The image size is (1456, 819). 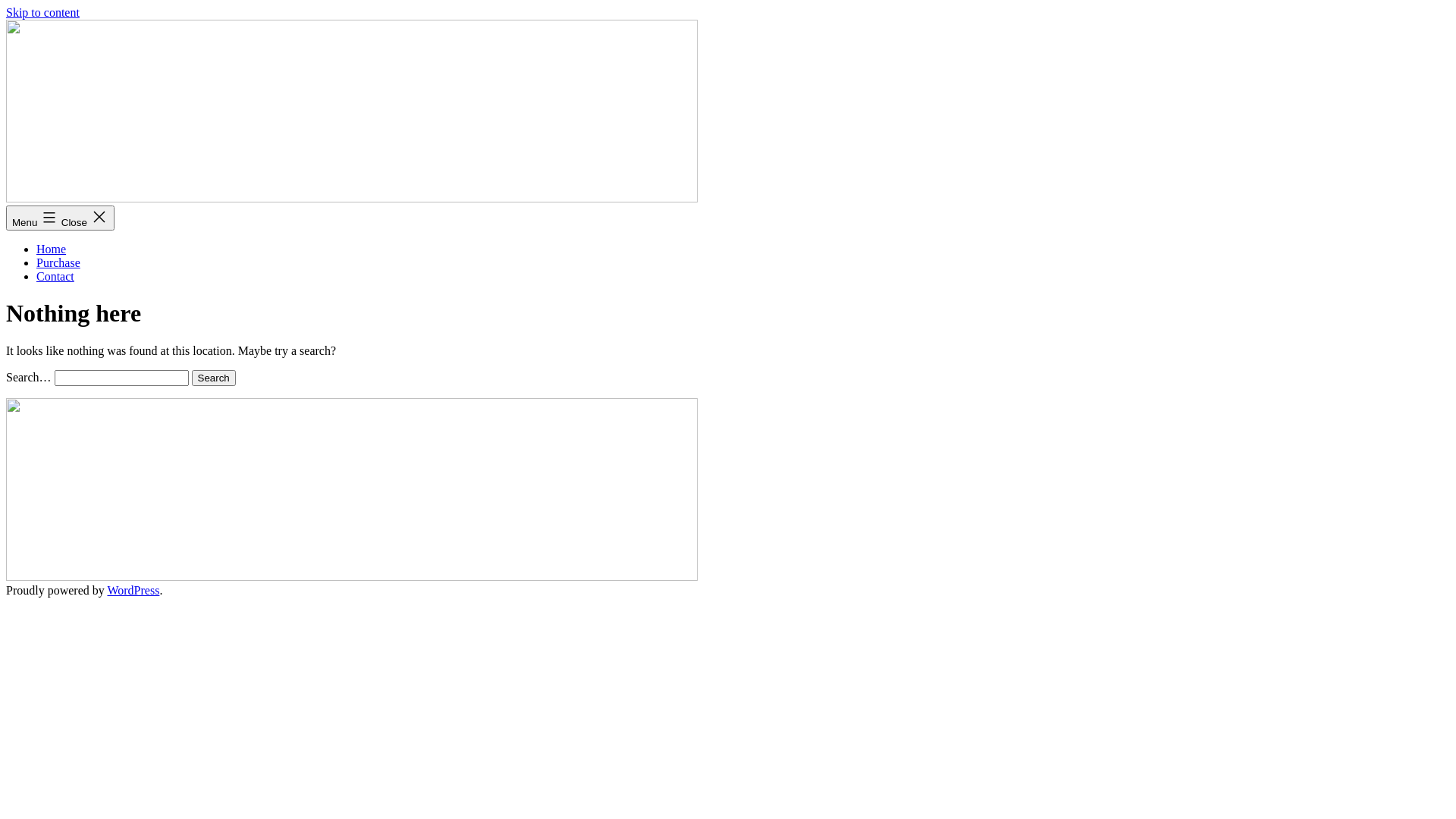 What do you see at coordinates (6, 12) in the screenshot?
I see `'Skip to content'` at bounding box center [6, 12].